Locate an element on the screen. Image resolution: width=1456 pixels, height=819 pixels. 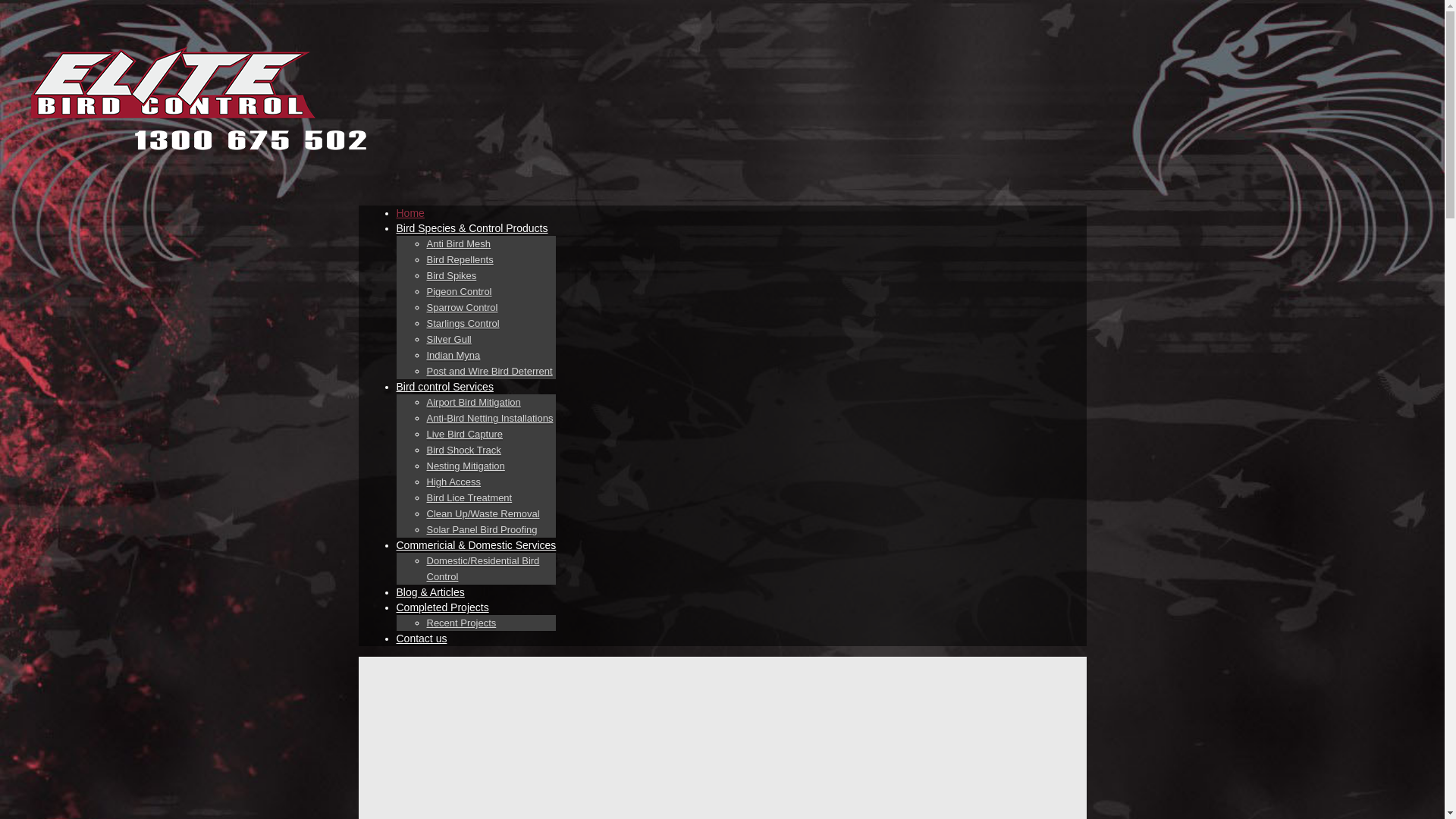
'Bird control Services' is located at coordinates (443, 385).